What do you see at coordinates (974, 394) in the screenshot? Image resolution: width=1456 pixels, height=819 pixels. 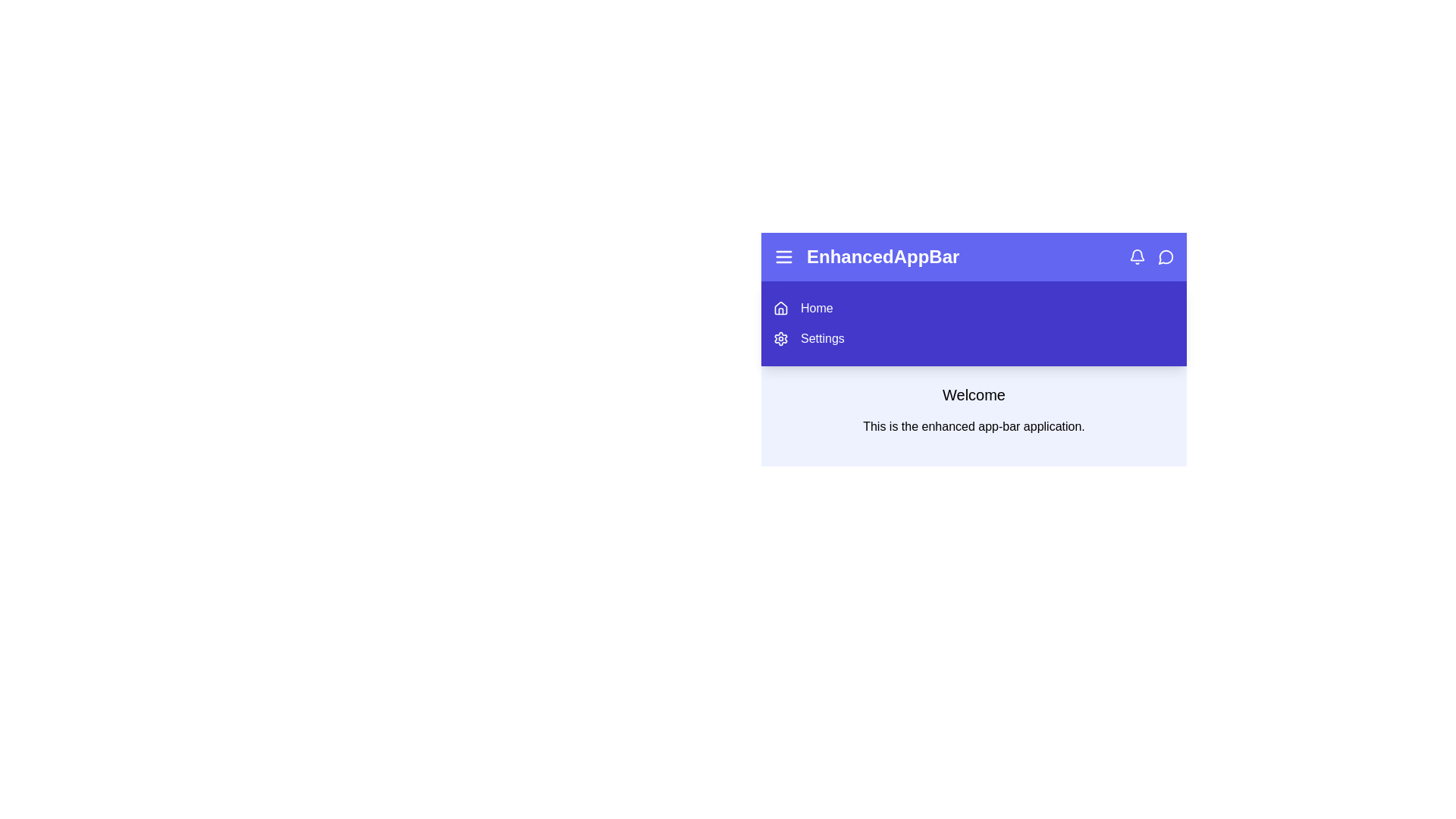 I see `the welcome message to focus on it` at bounding box center [974, 394].